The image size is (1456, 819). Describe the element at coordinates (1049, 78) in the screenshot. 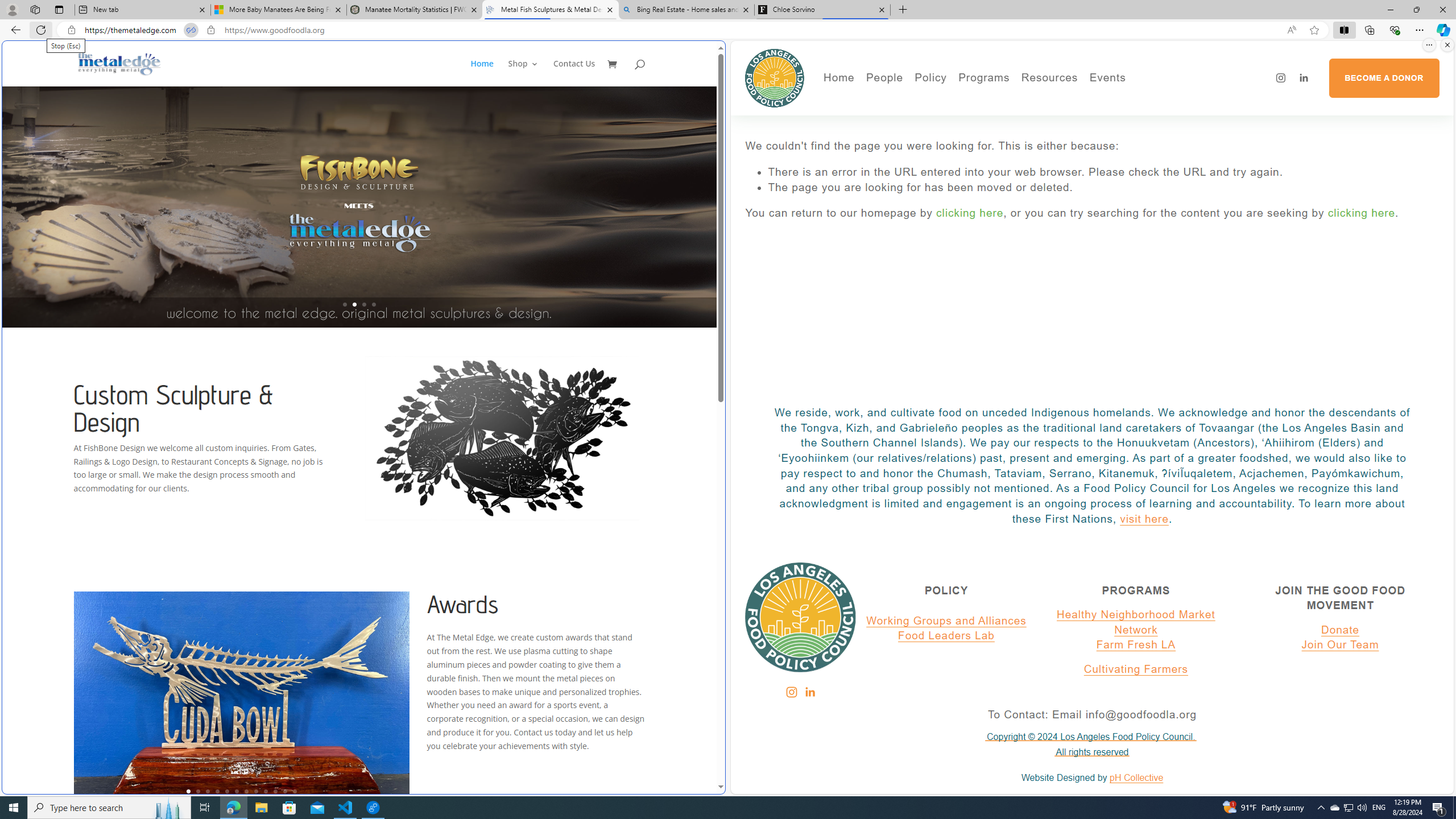

I see `'Resources'` at that location.